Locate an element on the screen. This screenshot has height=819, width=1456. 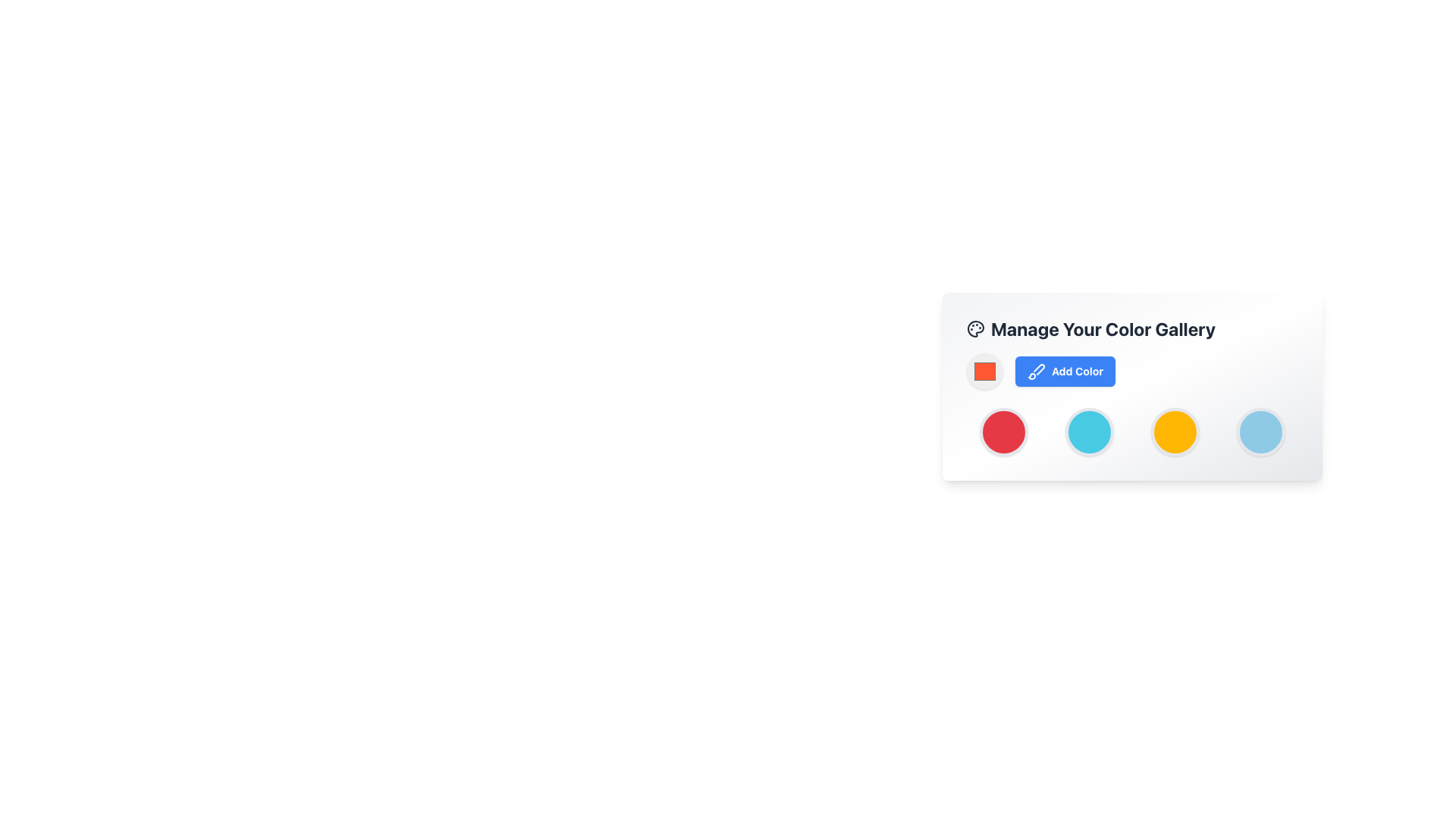
the 'Add Color' button, which is a rectangular button with rounded edges, bright blue background, white bold text, and a paintbrush icon on the left is located at coordinates (1065, 371).